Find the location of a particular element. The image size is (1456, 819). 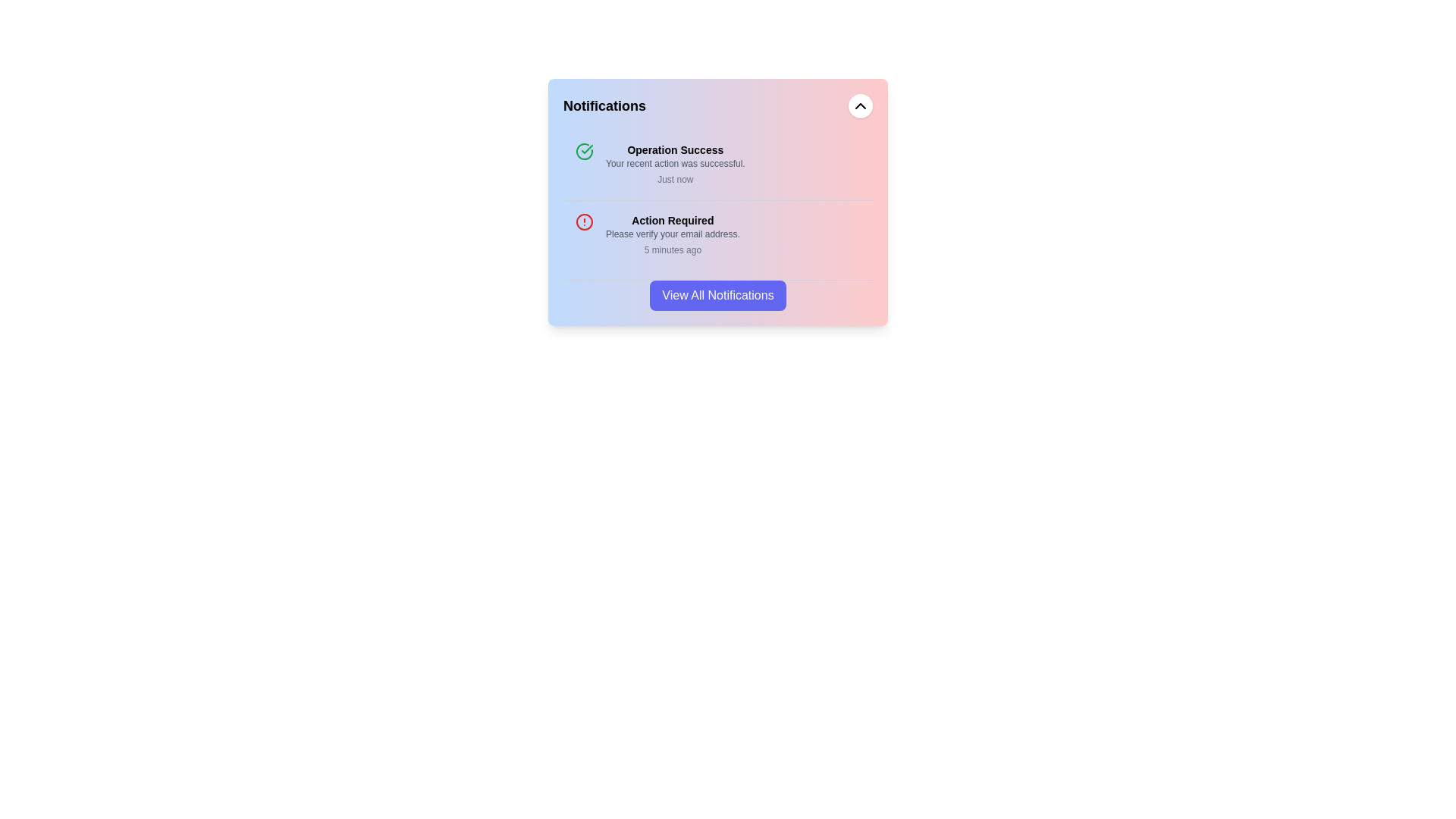

text content of the Notification Message that displays 'Operation Success' with the description 'Your recent action was successful.' is located at coordinates (674, 165).